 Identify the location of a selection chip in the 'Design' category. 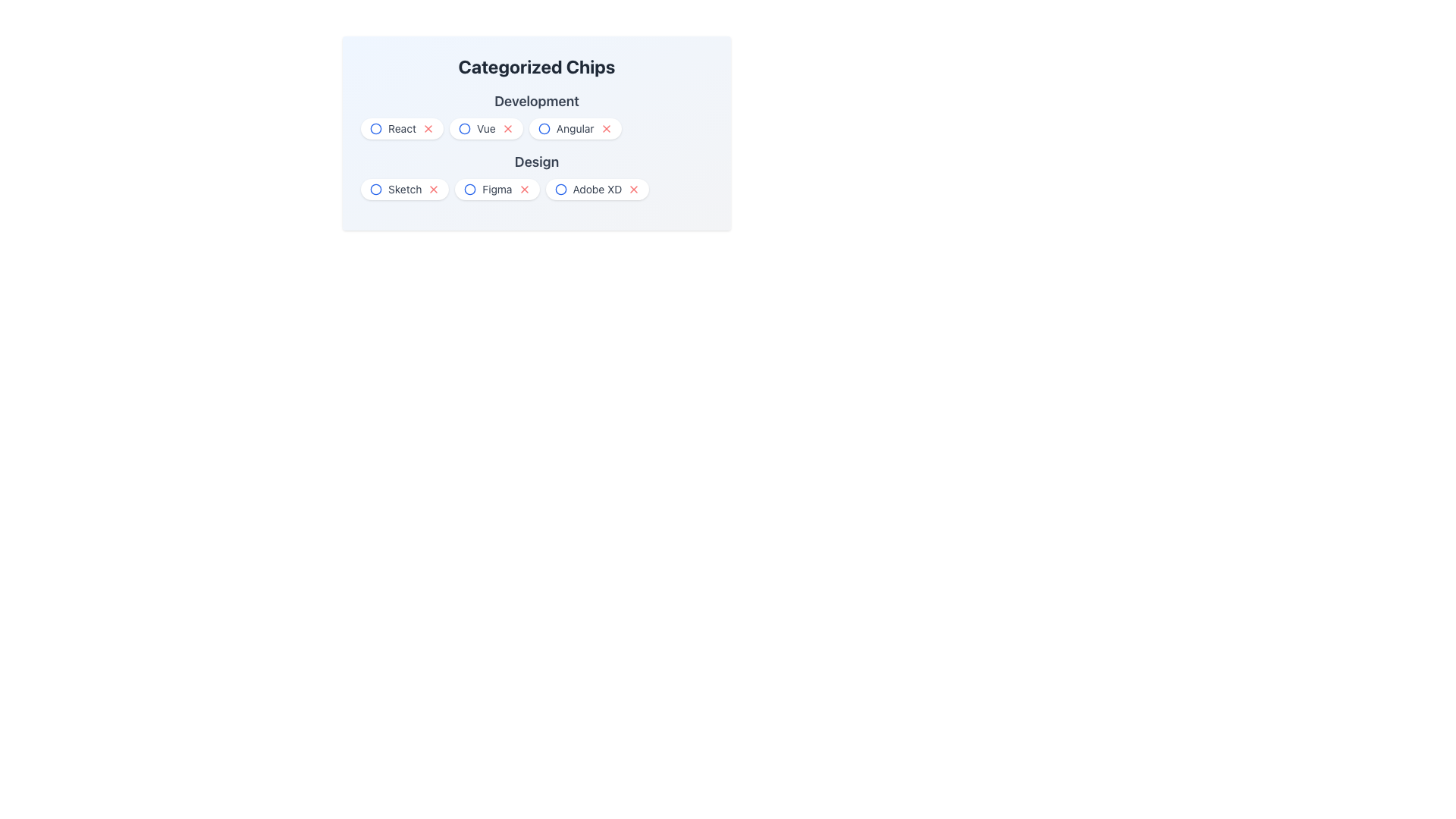
(537, 174).